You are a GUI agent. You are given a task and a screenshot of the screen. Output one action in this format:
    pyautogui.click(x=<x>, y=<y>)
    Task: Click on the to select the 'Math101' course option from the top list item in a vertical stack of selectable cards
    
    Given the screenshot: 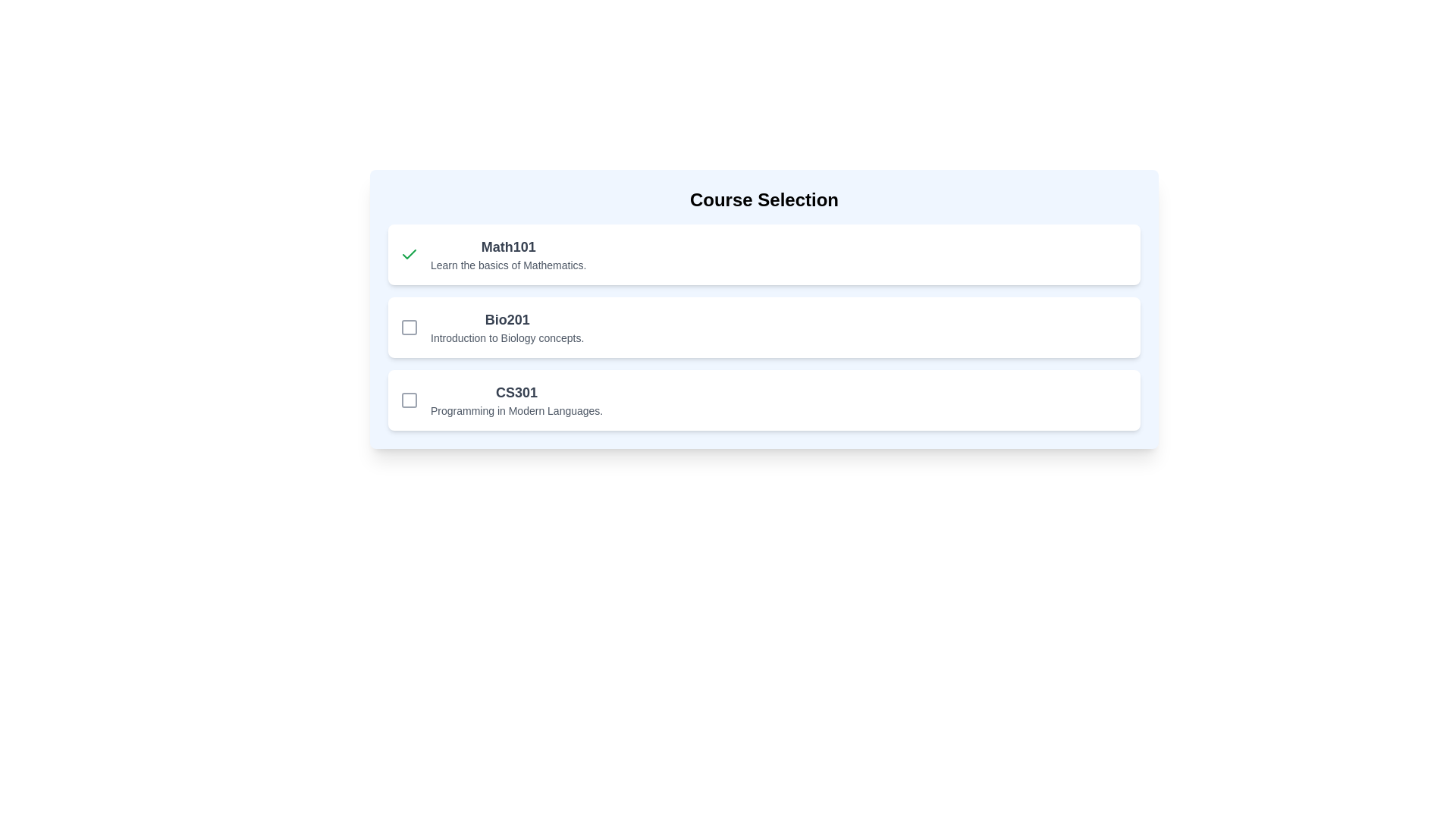 What is the action you would take?
    pyautogui.click(x=764, y=253)
    